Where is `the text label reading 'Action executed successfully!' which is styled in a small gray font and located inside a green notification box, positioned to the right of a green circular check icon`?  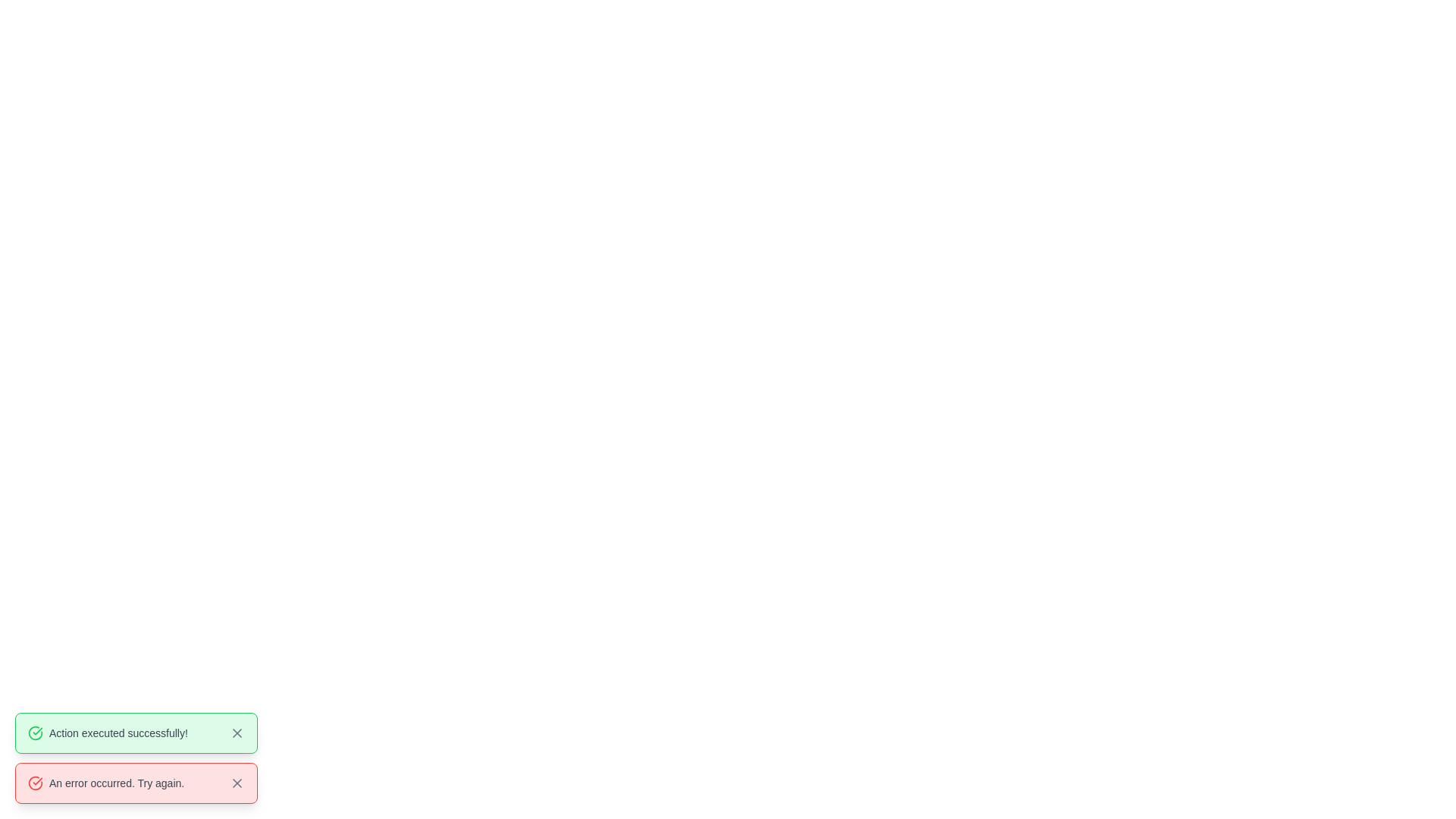
the text label reading 'Action executed successfully!' which is styled in a small gray font and located inside a green notification box, positioned to the right of a green circular check icon is located at coordinates (118, 733).